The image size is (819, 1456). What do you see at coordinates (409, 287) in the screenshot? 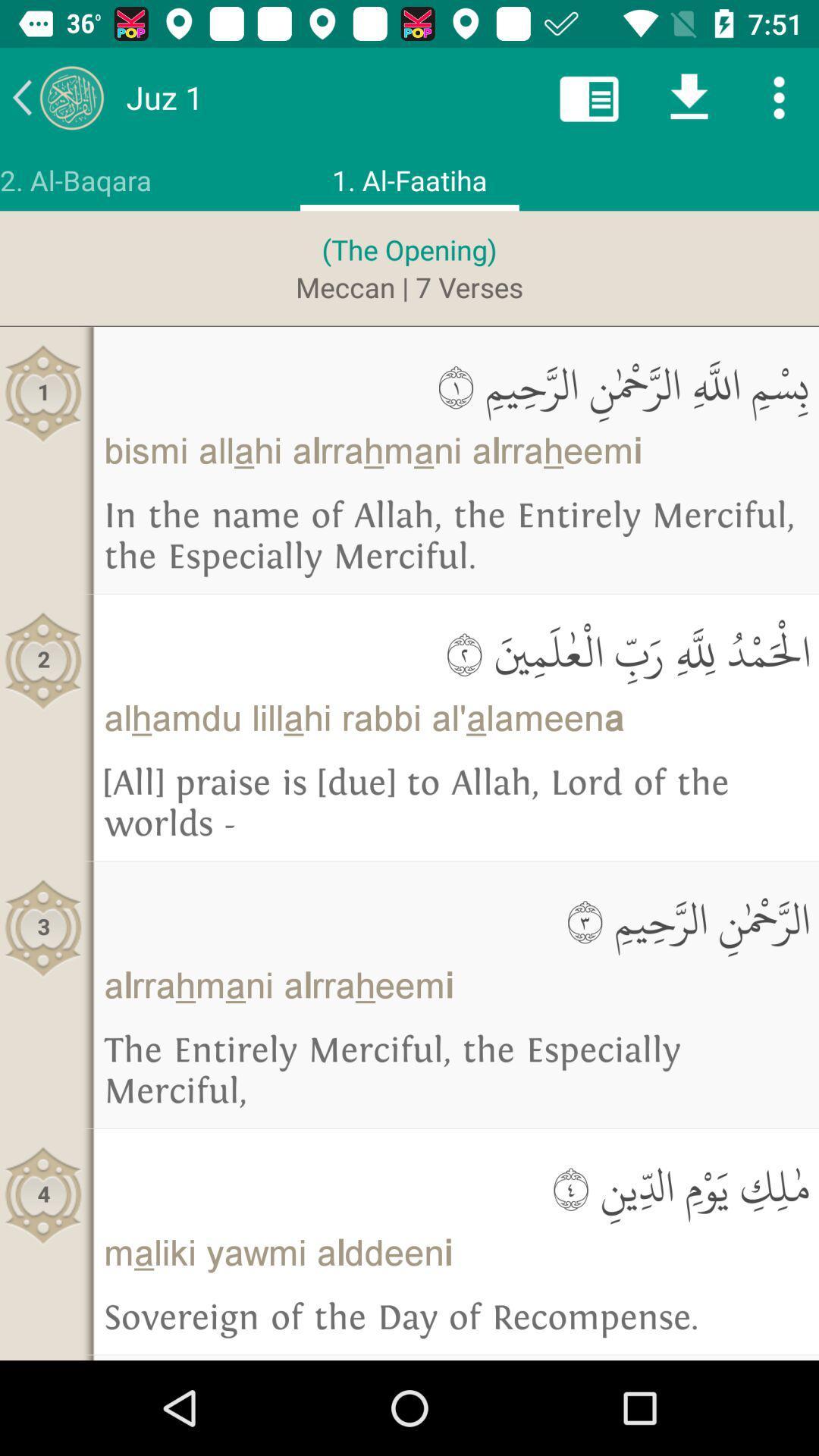
I see `meccan | 7 verses` at bounding box center [409, 287].